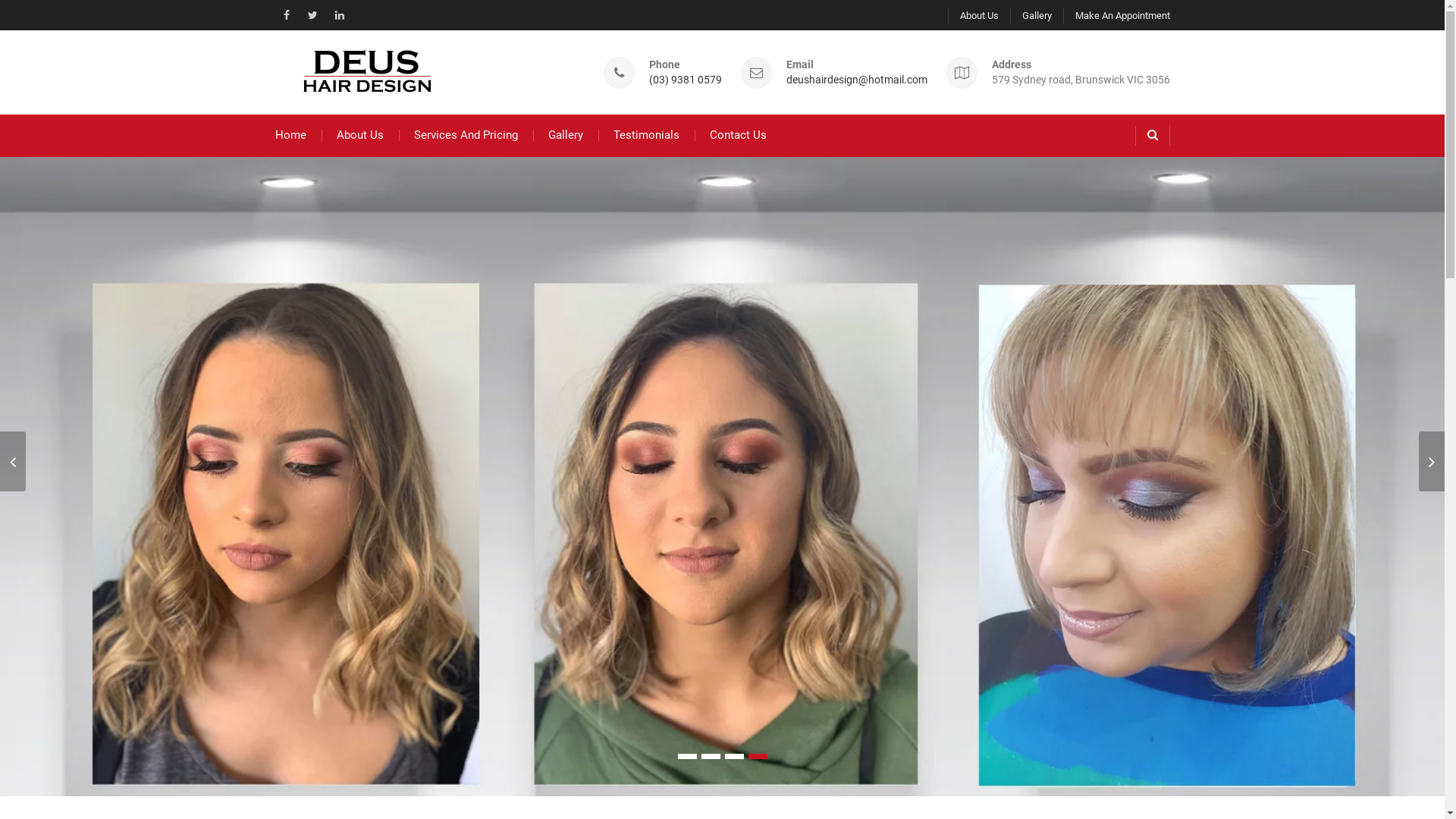 This screenshot has height=819, width=1456. What do you see at coordinates (563, 134) in the screenshot?
I see `'Gallery'` at bounding box center [563, 134].